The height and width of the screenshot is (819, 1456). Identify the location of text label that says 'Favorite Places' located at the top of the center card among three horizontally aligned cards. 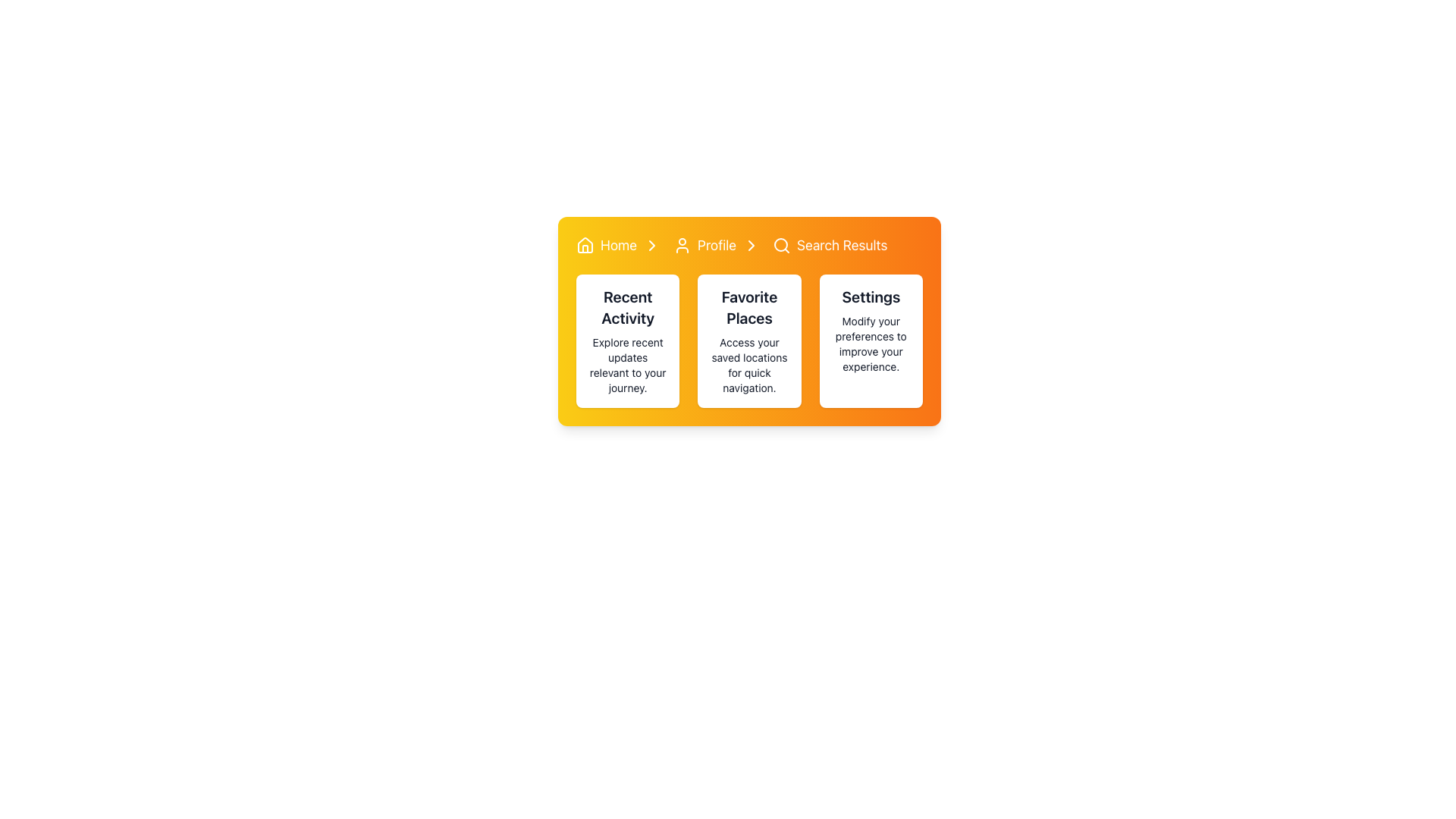
(749, 307).